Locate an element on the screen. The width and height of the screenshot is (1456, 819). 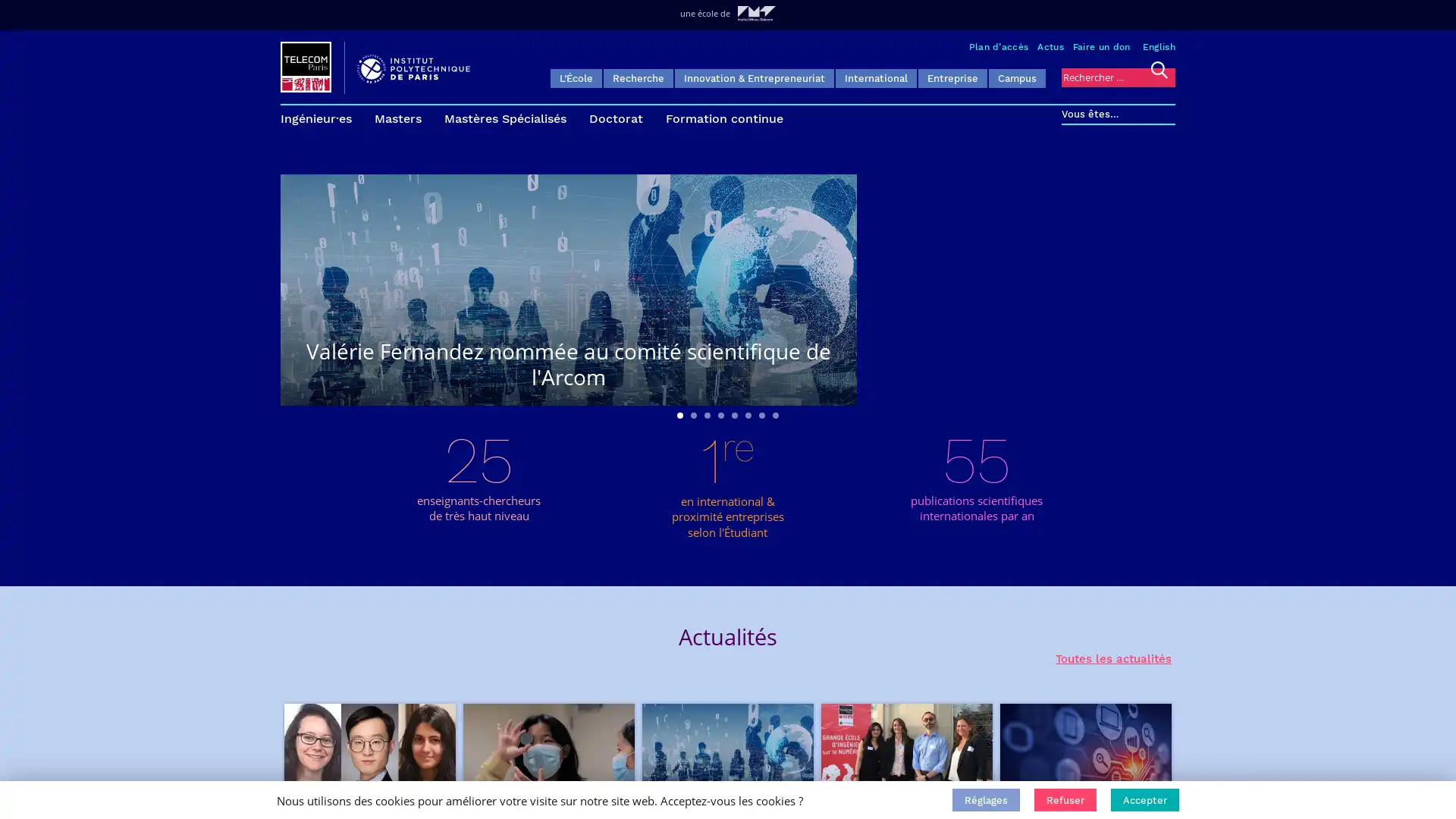
Refuser is located at coordinates (1065, 799).